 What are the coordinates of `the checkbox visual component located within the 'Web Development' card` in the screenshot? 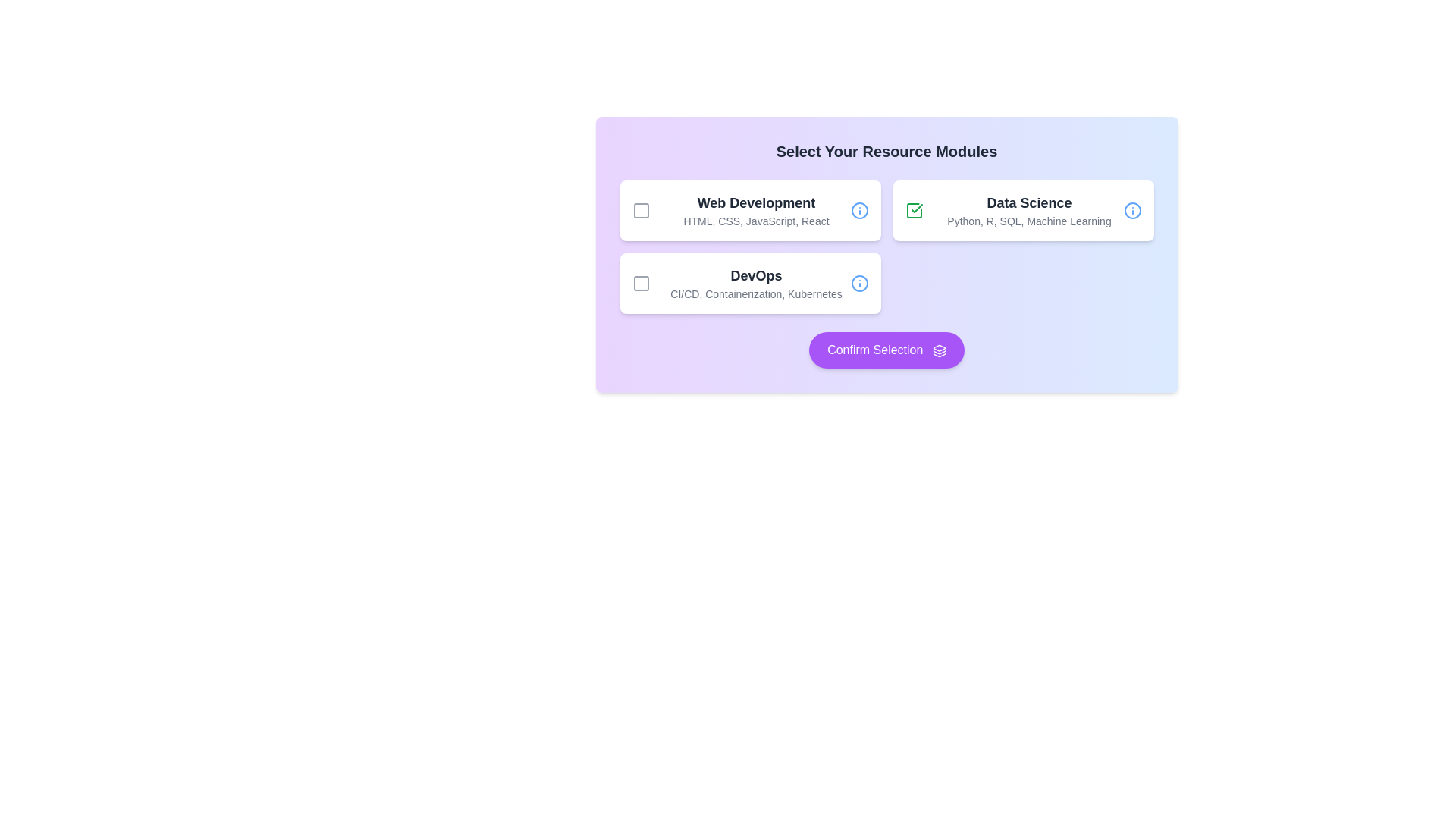 It's located at (641, 210).